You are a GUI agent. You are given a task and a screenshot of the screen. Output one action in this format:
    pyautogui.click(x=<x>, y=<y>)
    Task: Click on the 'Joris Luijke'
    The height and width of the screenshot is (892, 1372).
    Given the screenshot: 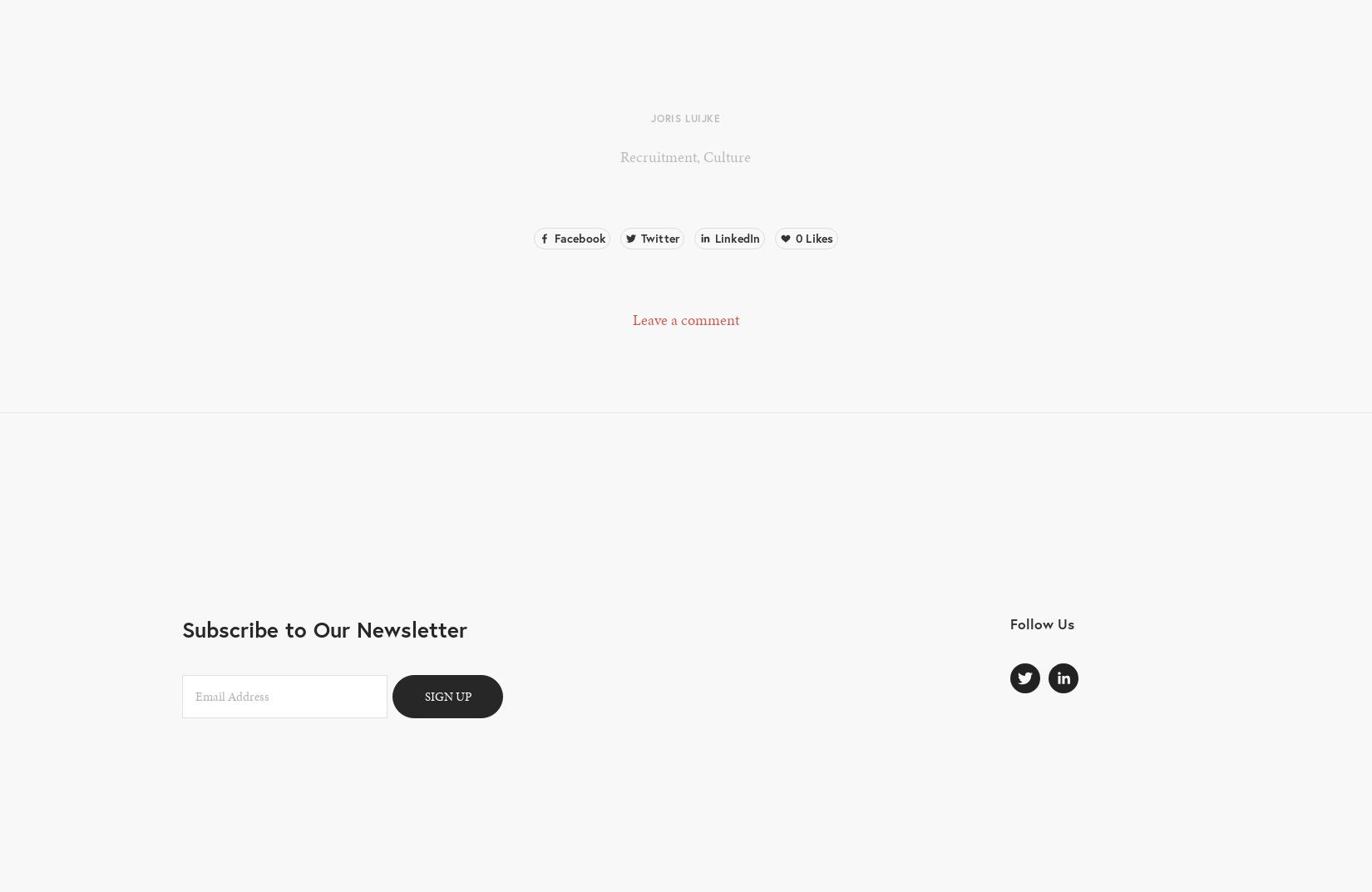 What is the action you would take?
    pyautogui.click(x=684, y=117)
    